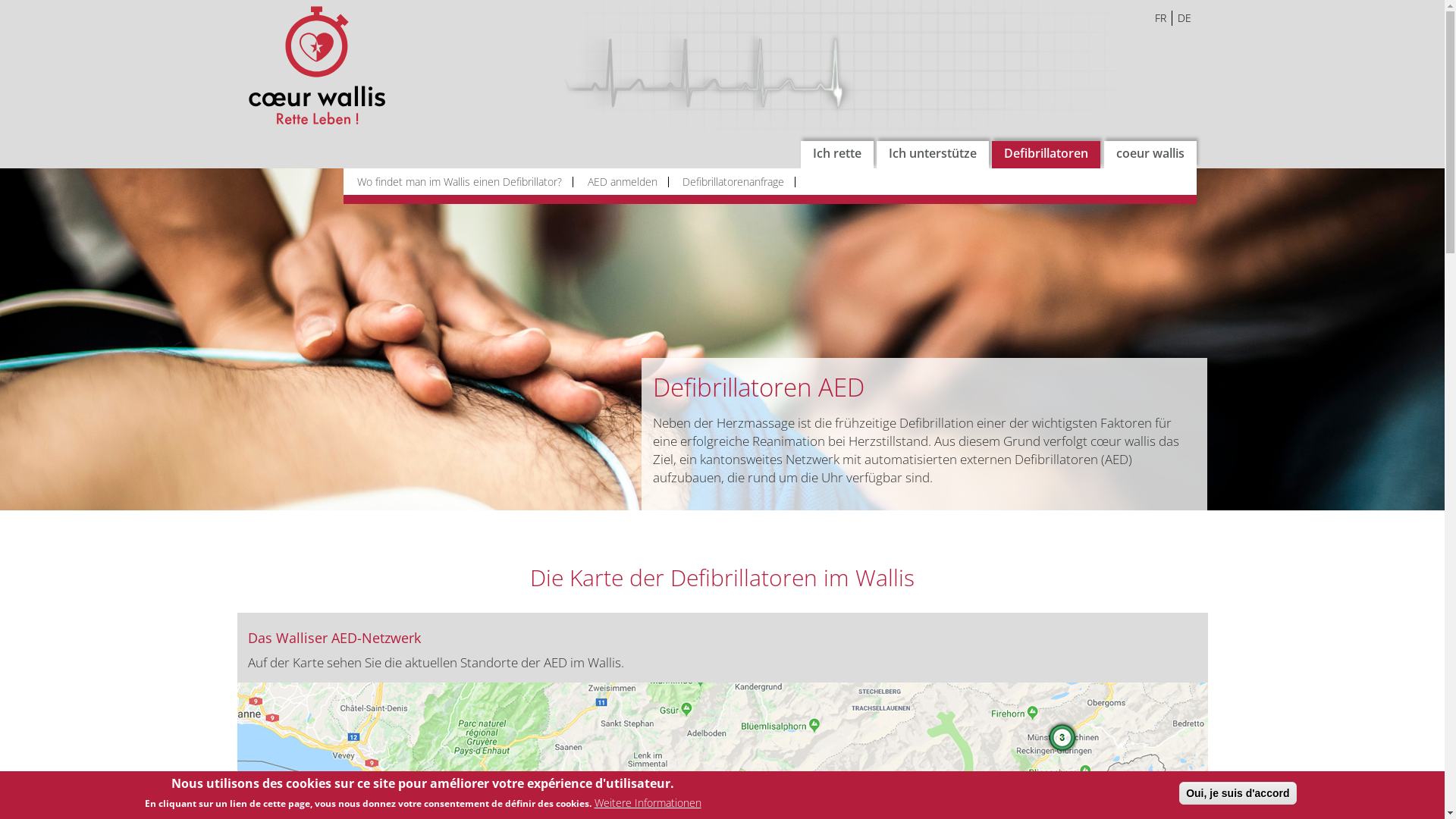 Image resolution: width=1456 pixels, height=819 pixels. Describe the element at coordinates (0, 0) in the screenshot. I see `'Direkt zum Inhalt'` at that location.